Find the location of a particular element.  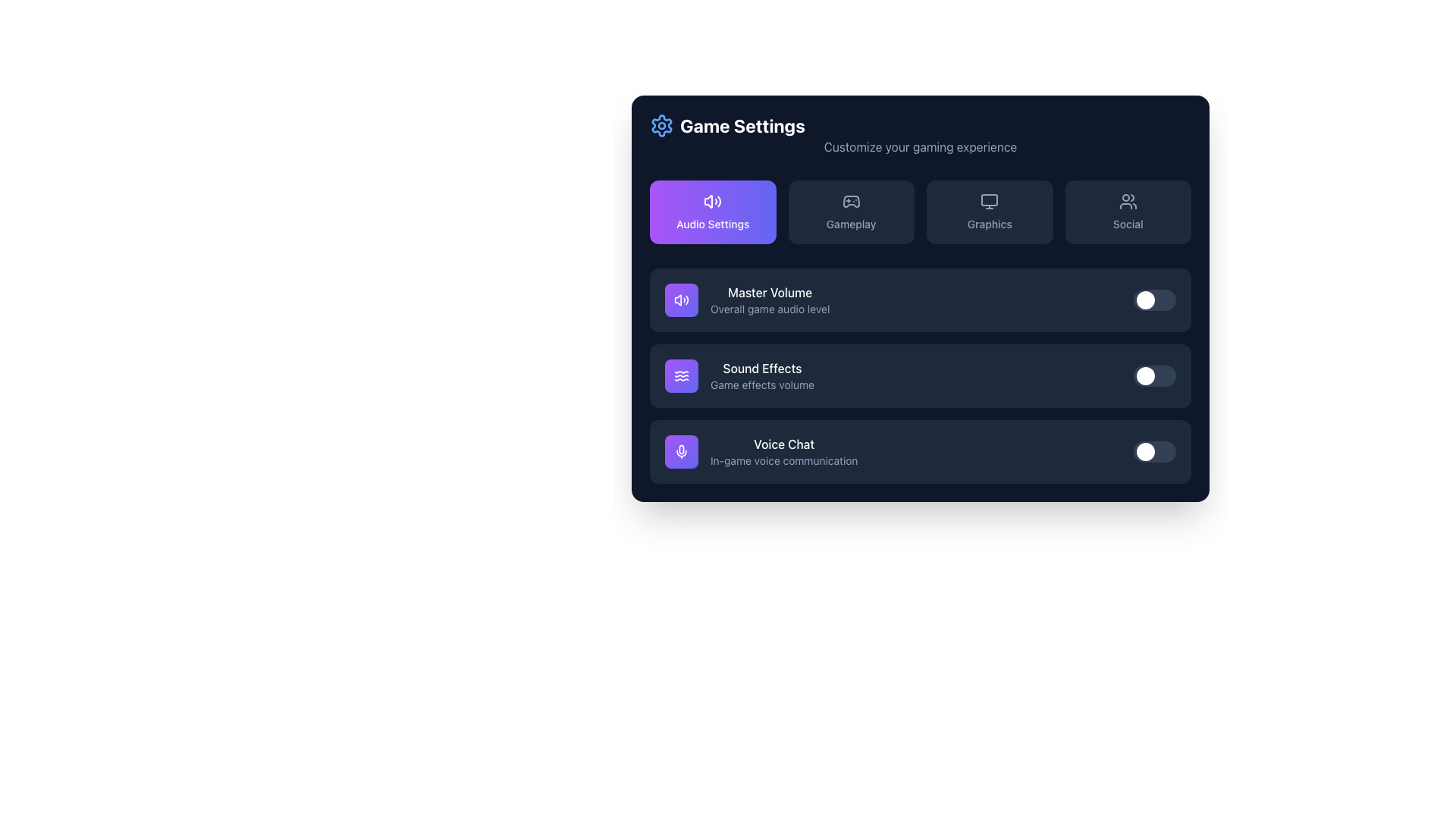

the microphone icon located inside the 'Voice Chat' button in the 'Audio Settings' section is located at coordinates (680, 449).